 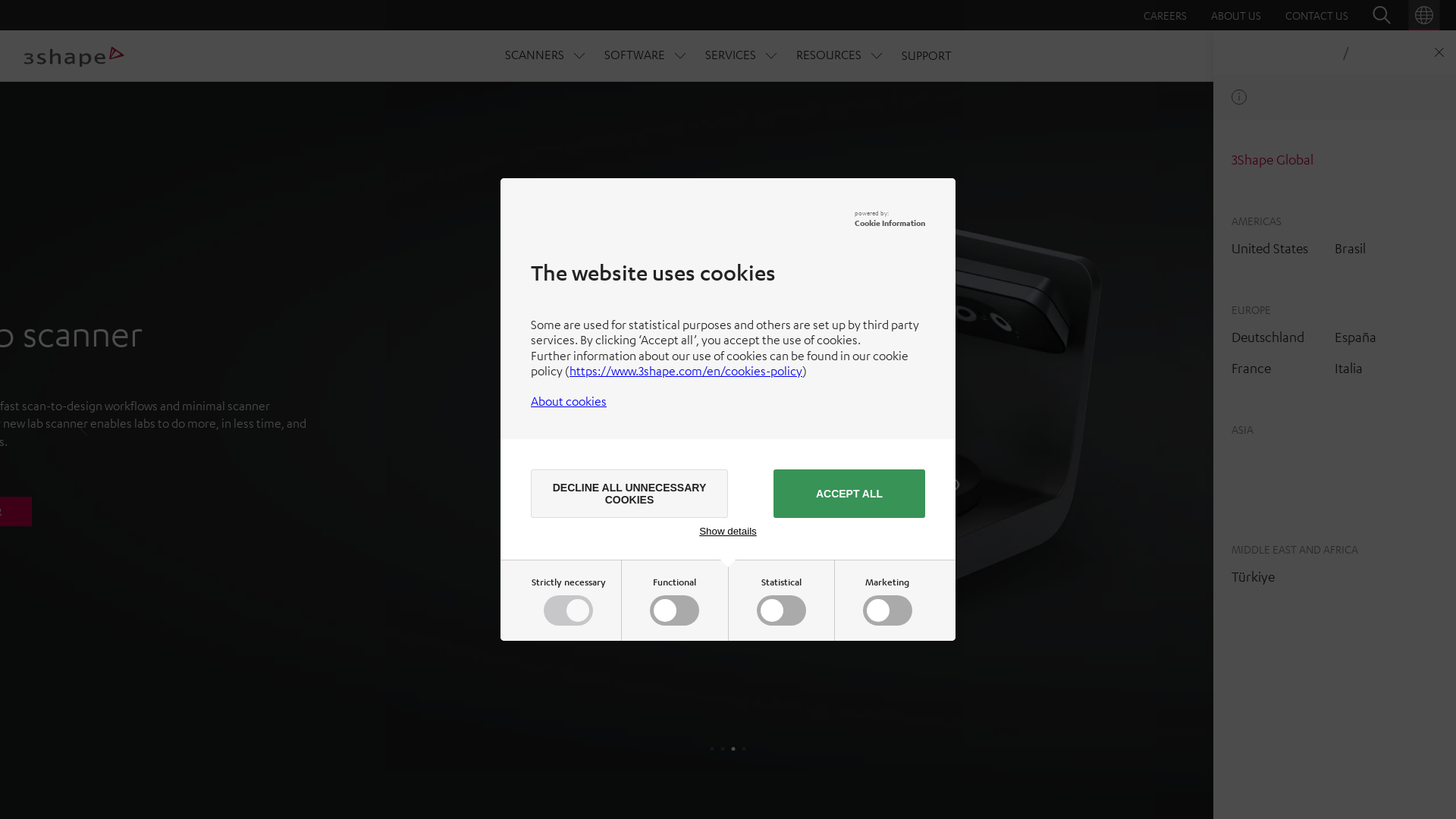 I want to click on 'About cookies', so click(x=567, y=400).